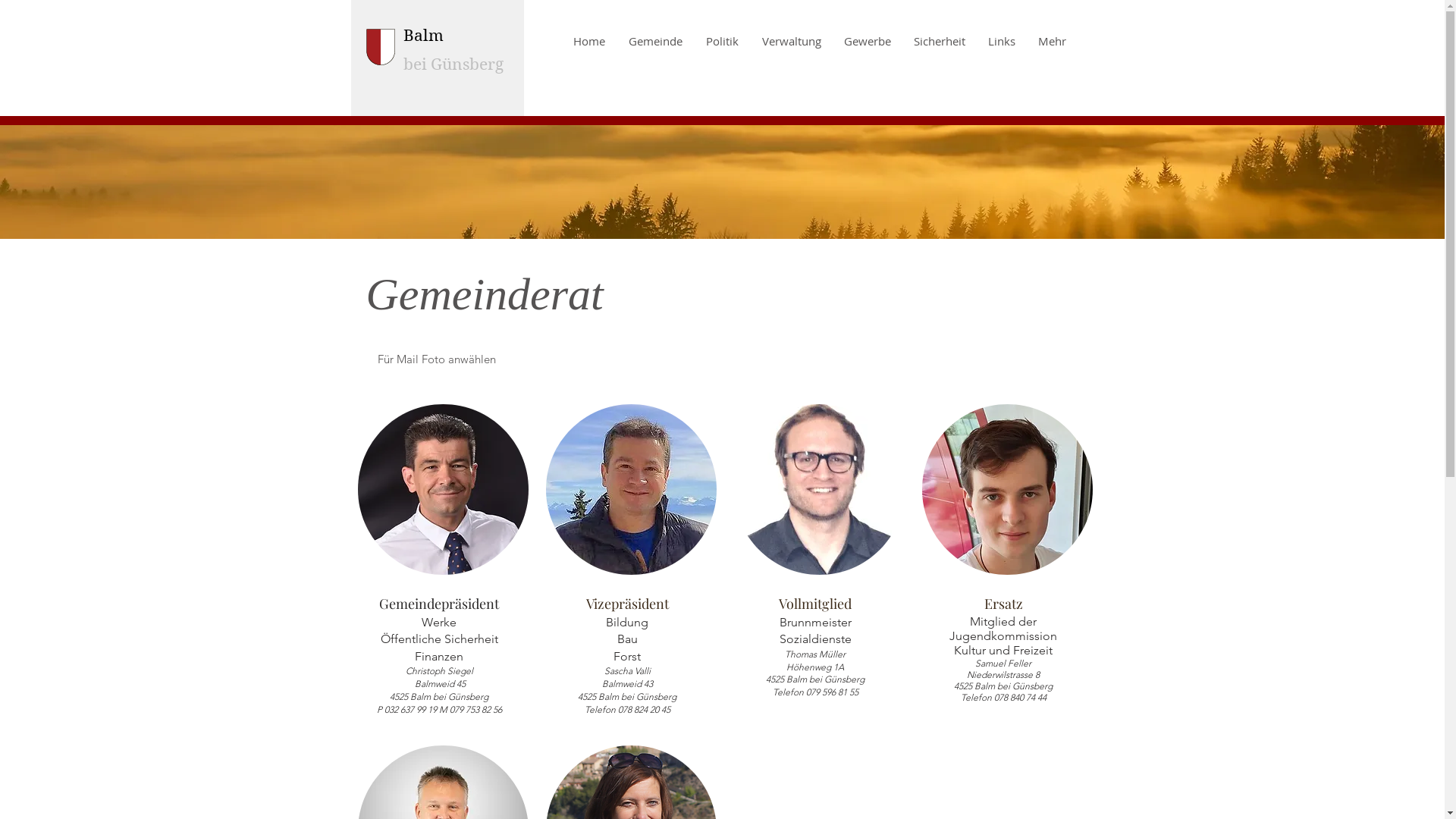 This screenshot has height=819, width=1456. What do you see at coordinates (379, 45) in the screenshot?
I see `'wappe_klein.png'` at bounding box center [379, 45].